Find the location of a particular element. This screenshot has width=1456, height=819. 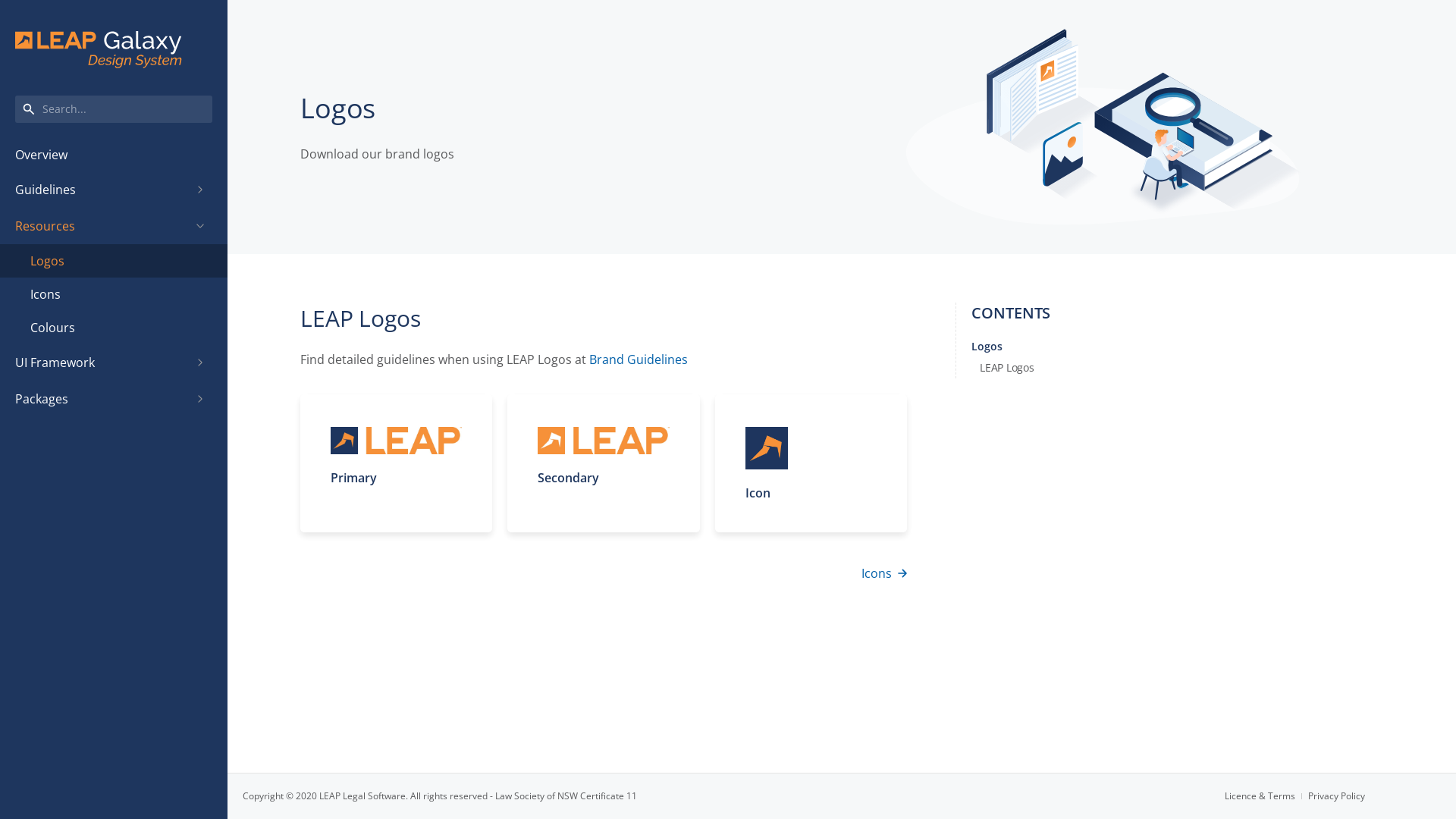

'Overview' is located at coordinates (112, 155).